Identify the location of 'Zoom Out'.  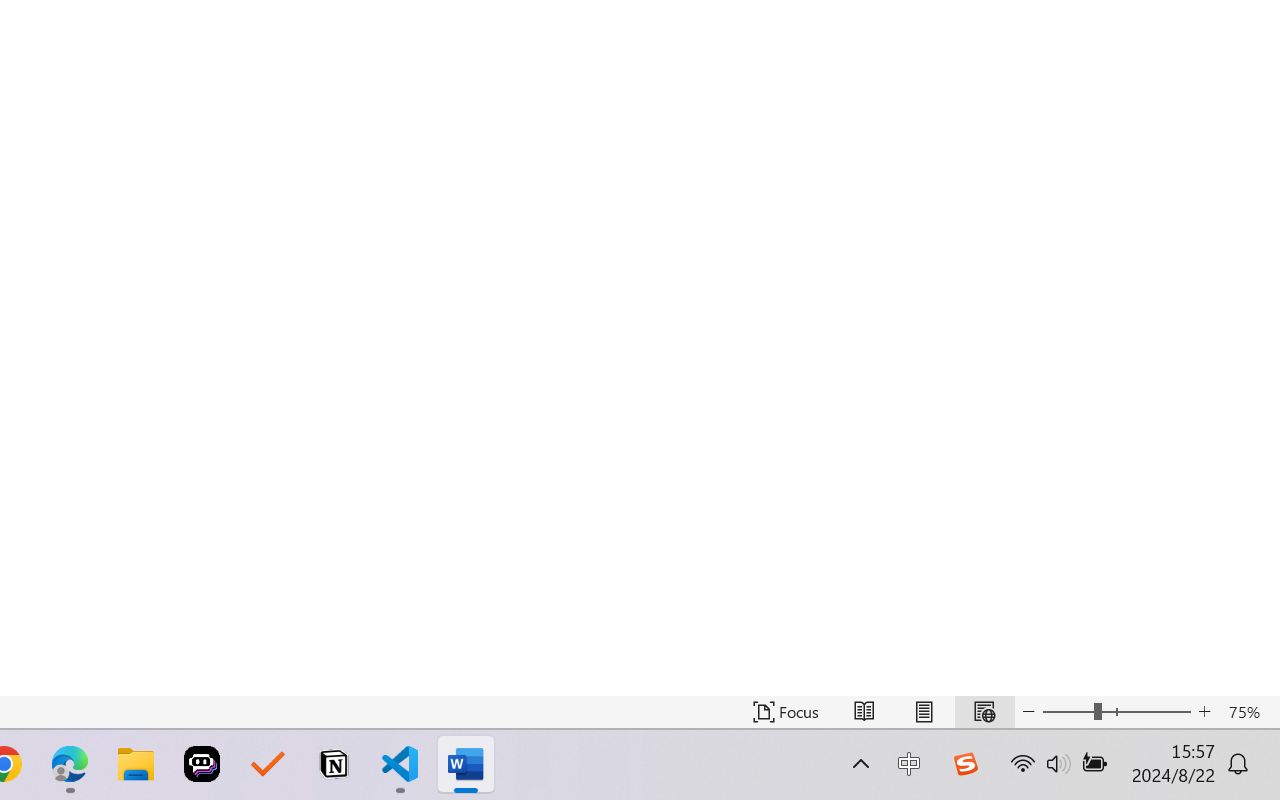
(1067, 711).